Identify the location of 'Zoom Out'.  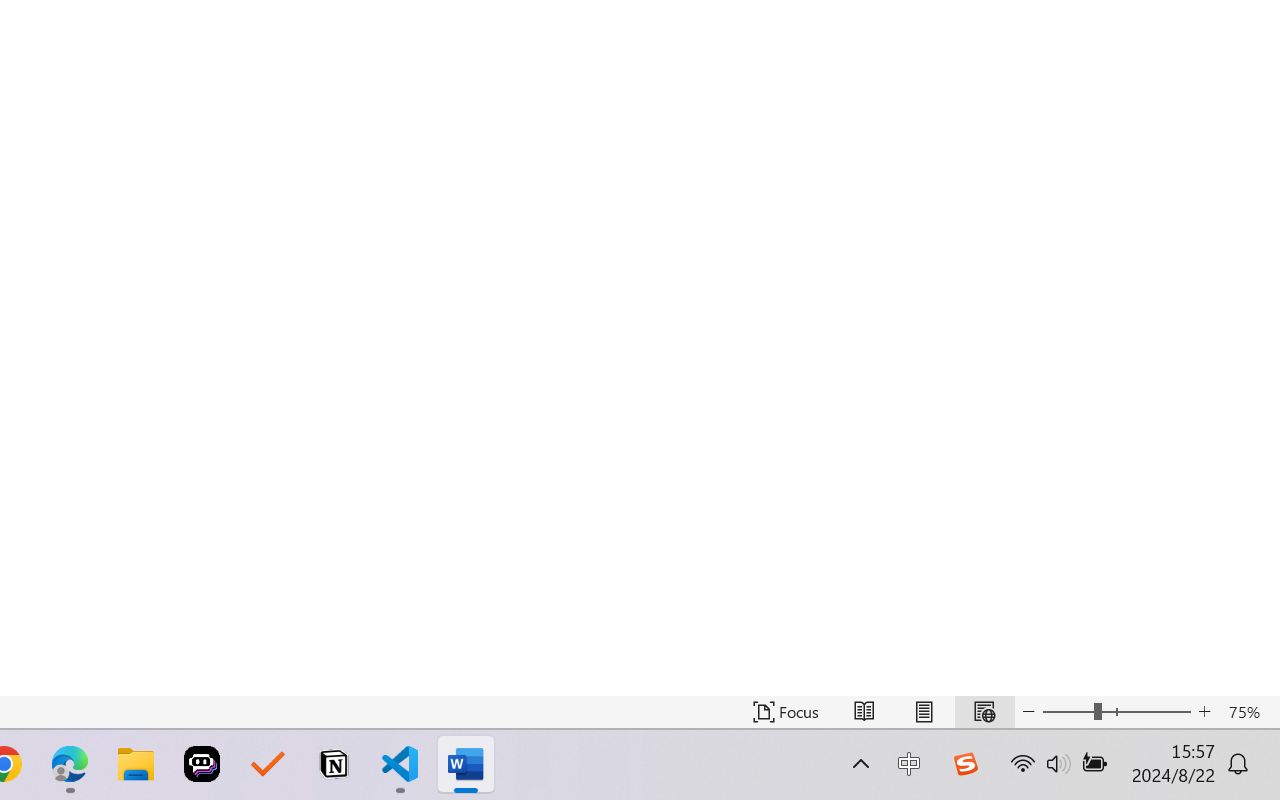
(1067, 711).